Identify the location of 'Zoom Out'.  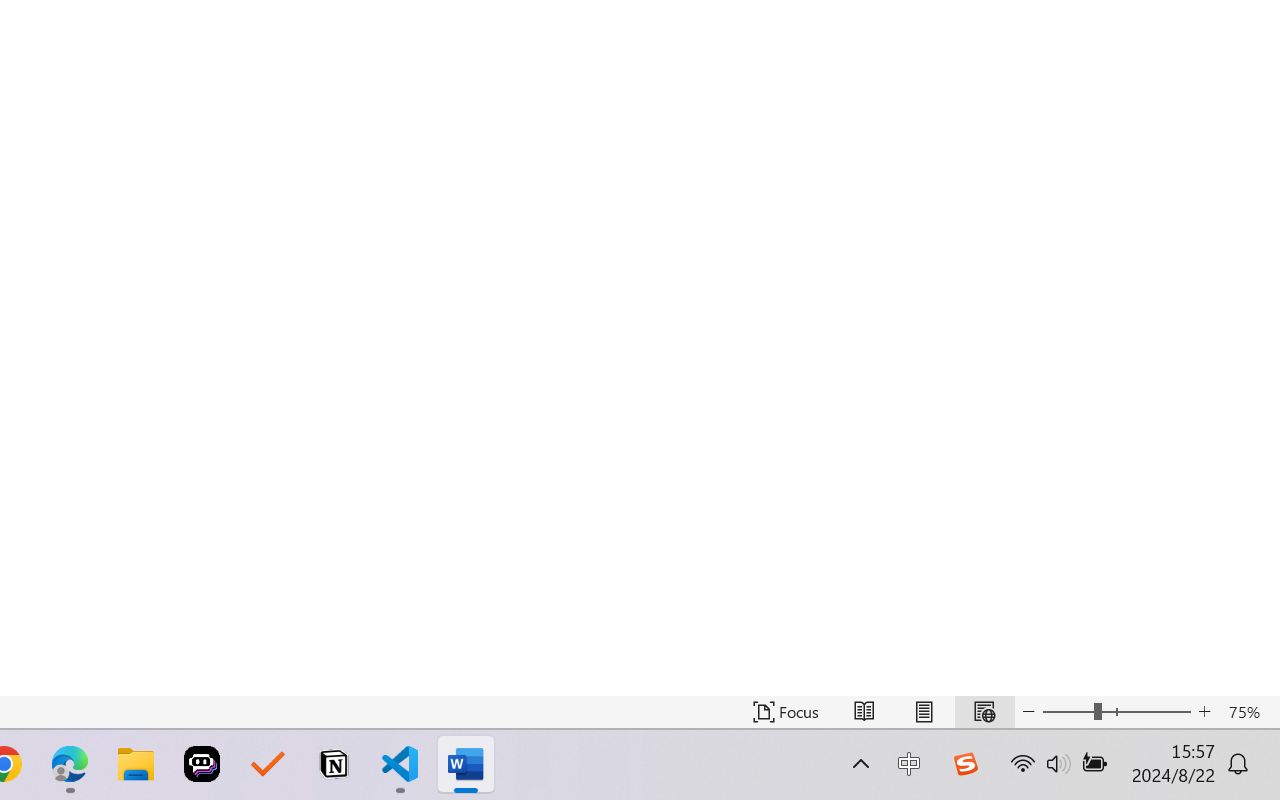
(1067, 711).